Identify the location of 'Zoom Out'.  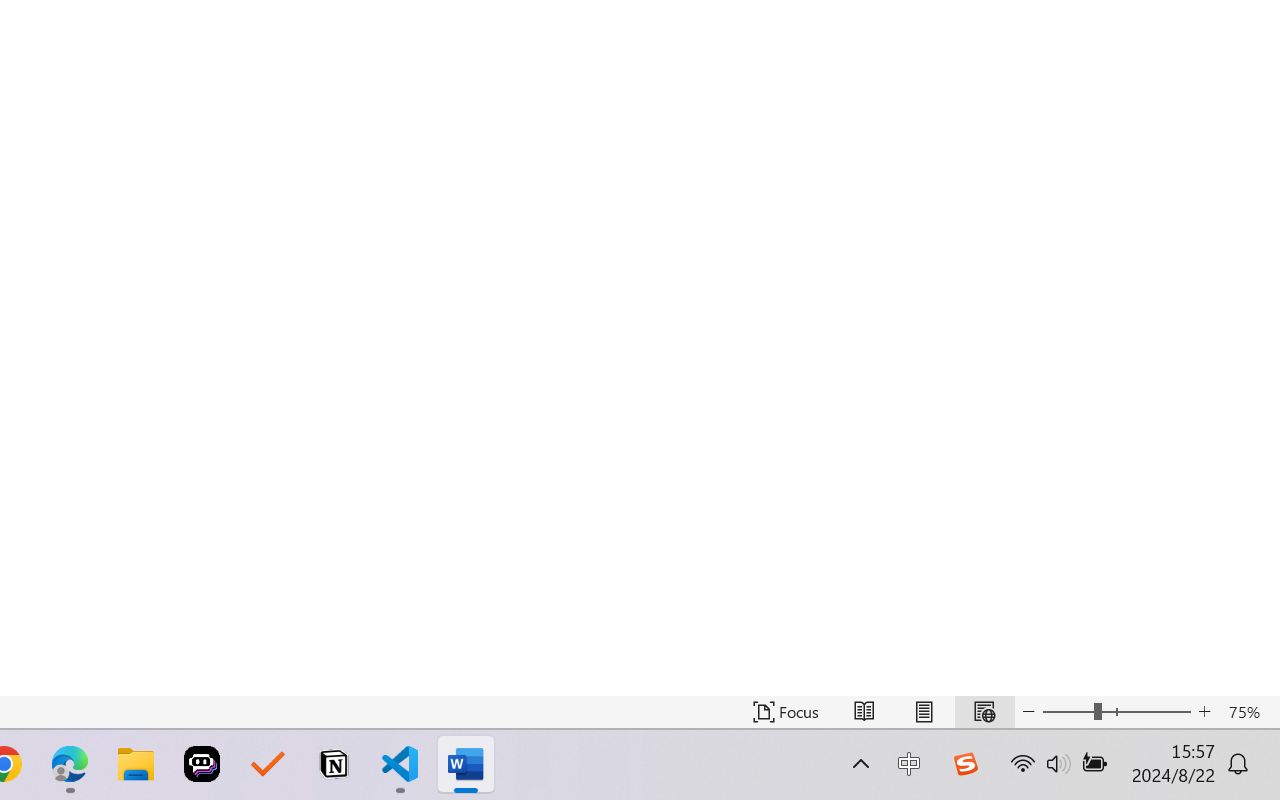
(1067, 711).